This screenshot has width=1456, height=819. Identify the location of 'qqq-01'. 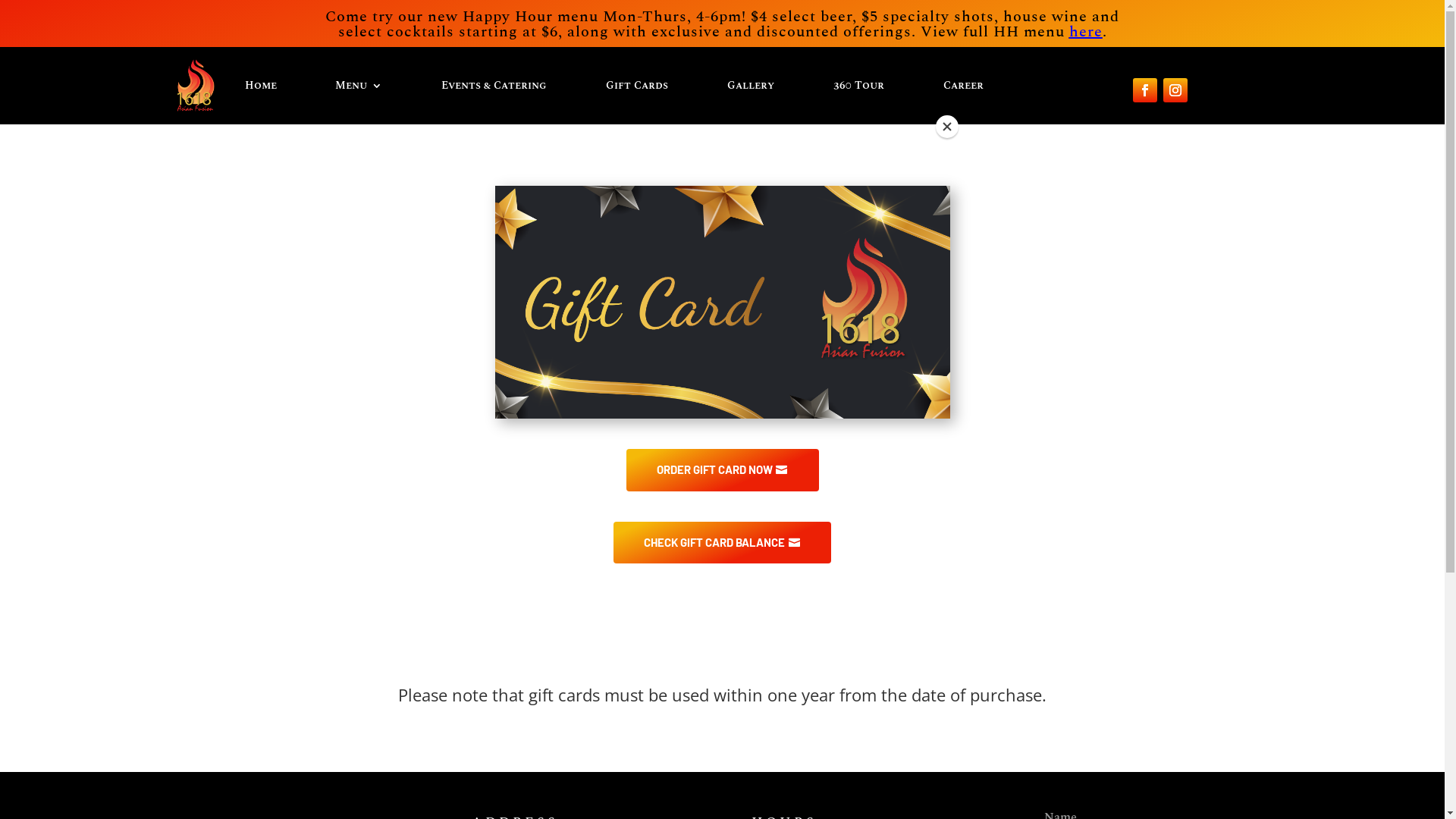
(720, 302).